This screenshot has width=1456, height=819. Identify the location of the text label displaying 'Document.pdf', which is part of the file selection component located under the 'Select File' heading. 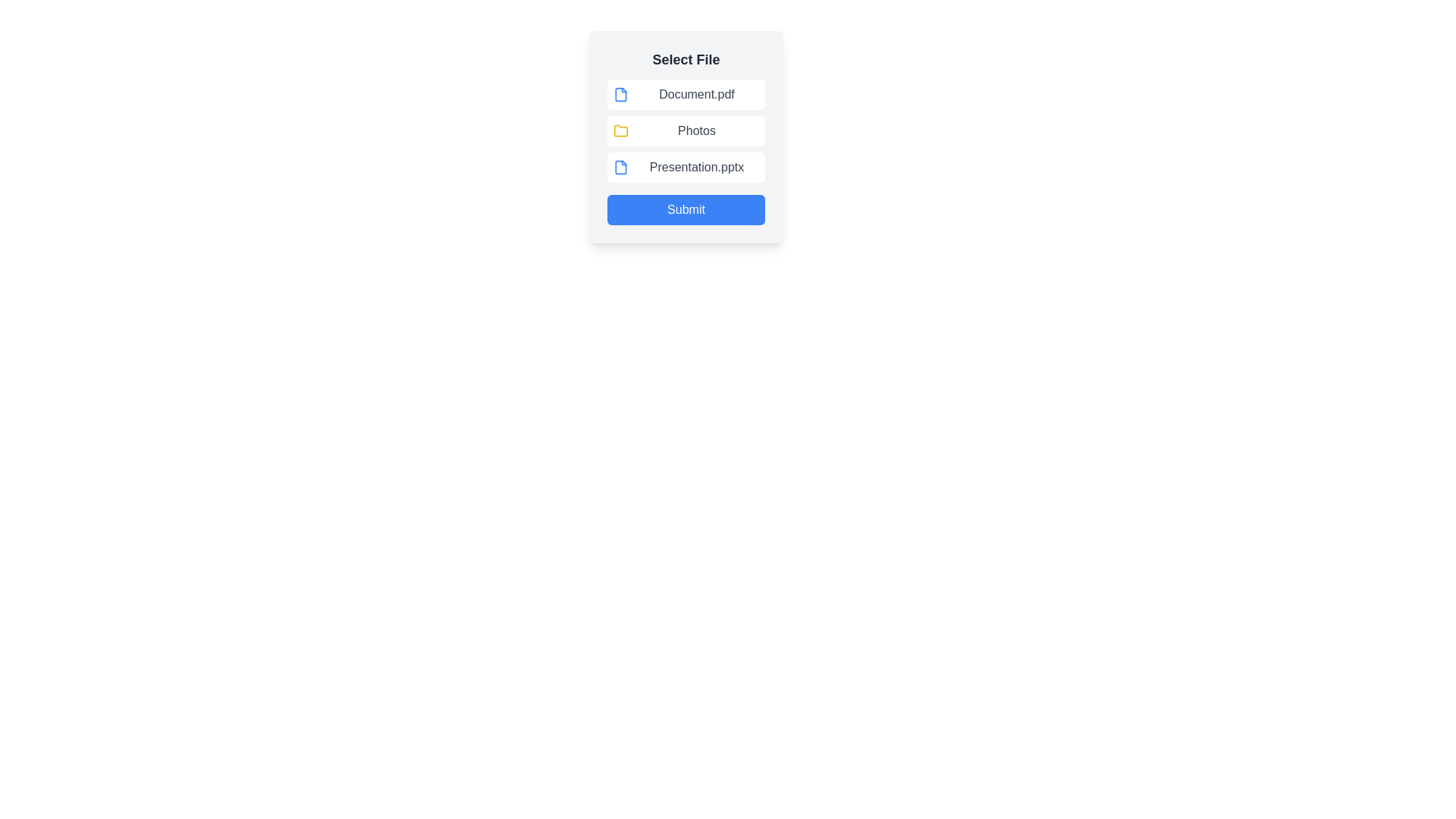
(695, 94).